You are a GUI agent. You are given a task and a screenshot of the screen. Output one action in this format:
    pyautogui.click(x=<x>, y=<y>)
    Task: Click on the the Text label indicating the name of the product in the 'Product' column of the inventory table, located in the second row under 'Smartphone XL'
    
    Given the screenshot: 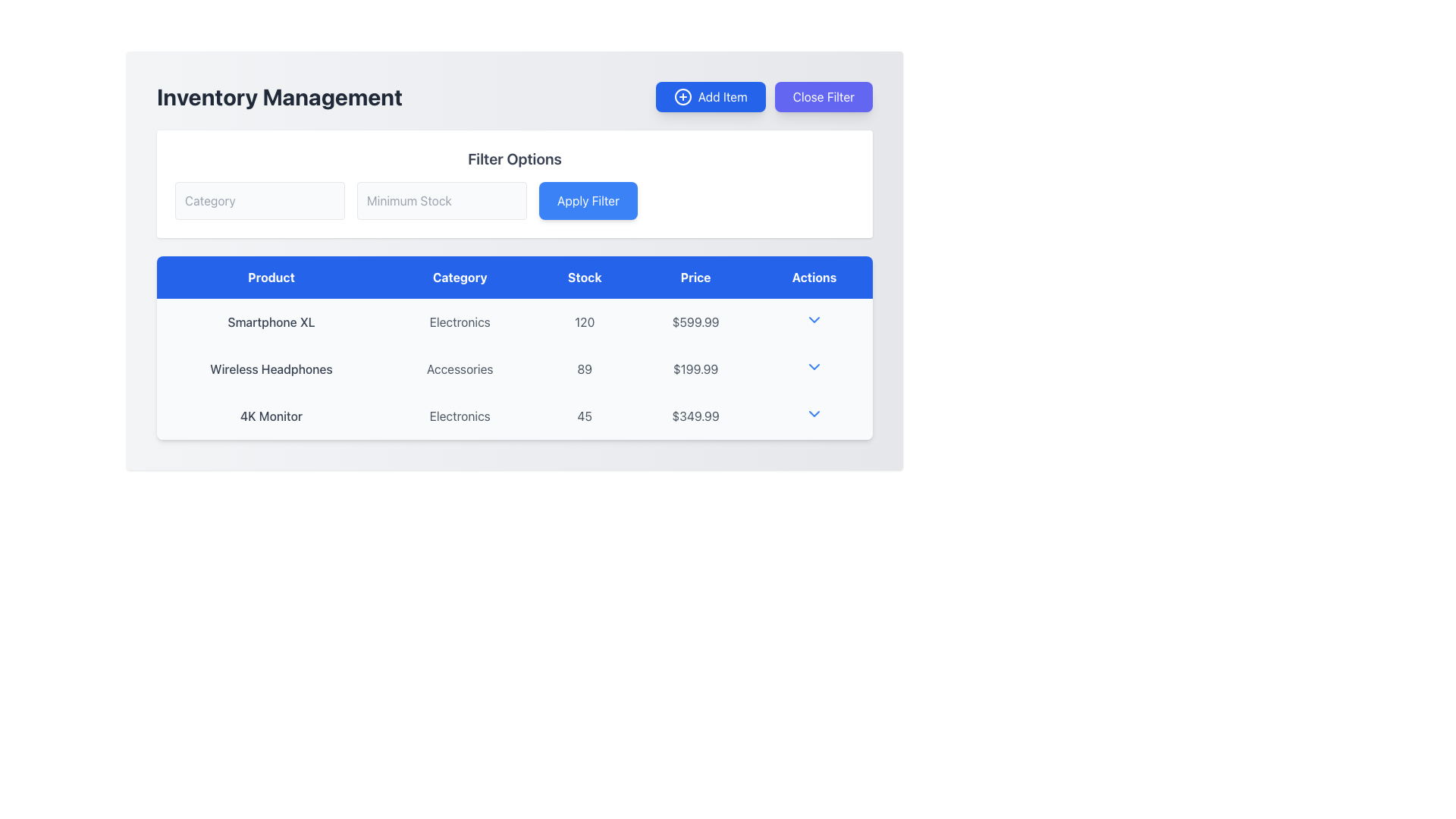 What is the action you would take?
    pyautogui.click(x=271, y=369)
    